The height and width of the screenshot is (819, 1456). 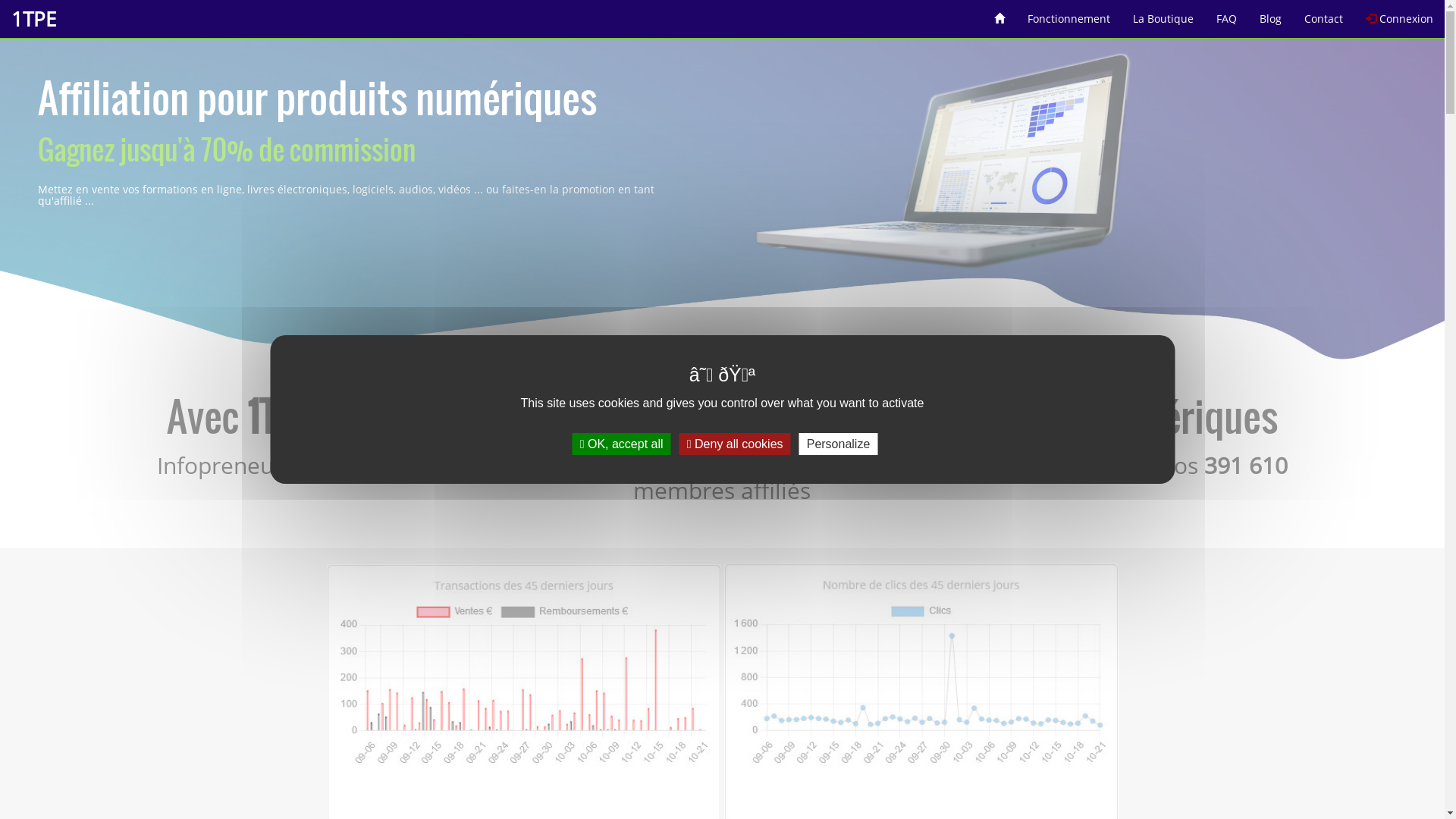 I want to click on 'Fonctionnement', so click(x=1068, y=13).